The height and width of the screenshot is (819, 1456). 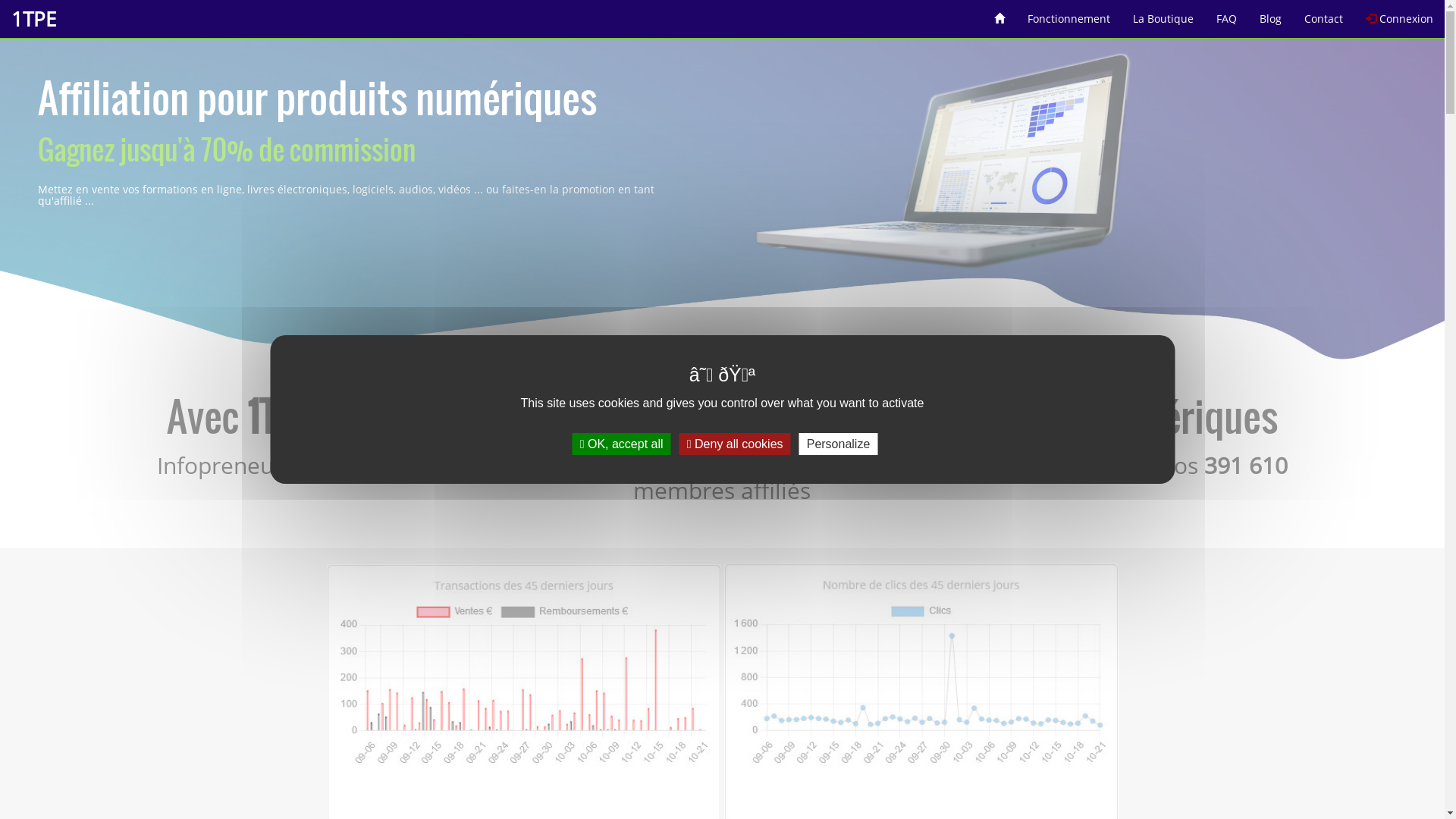 I want to click on 'Fonctionnement', so click(x=1068, y=13).